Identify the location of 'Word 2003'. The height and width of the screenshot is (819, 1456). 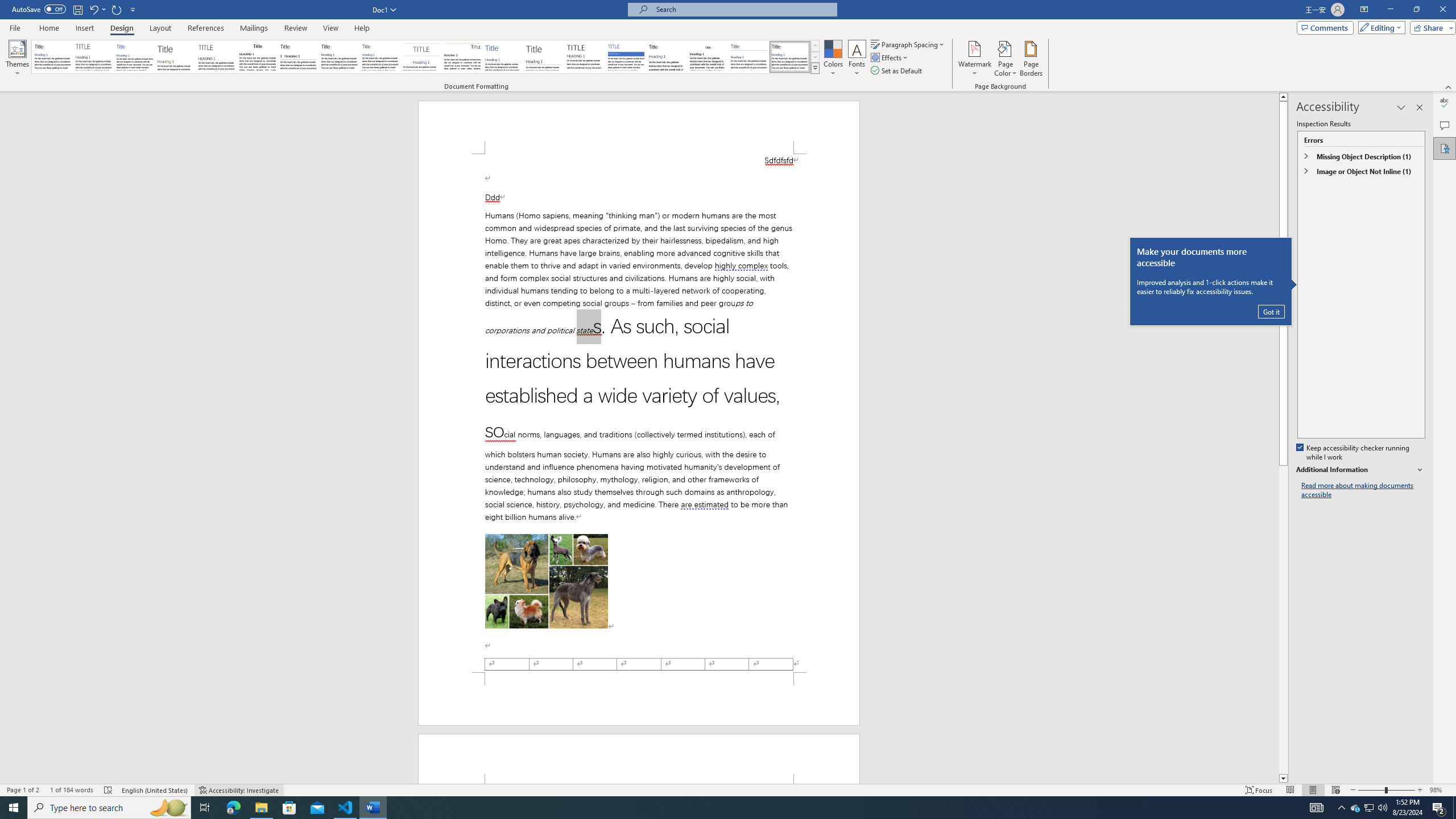
(707, 56).